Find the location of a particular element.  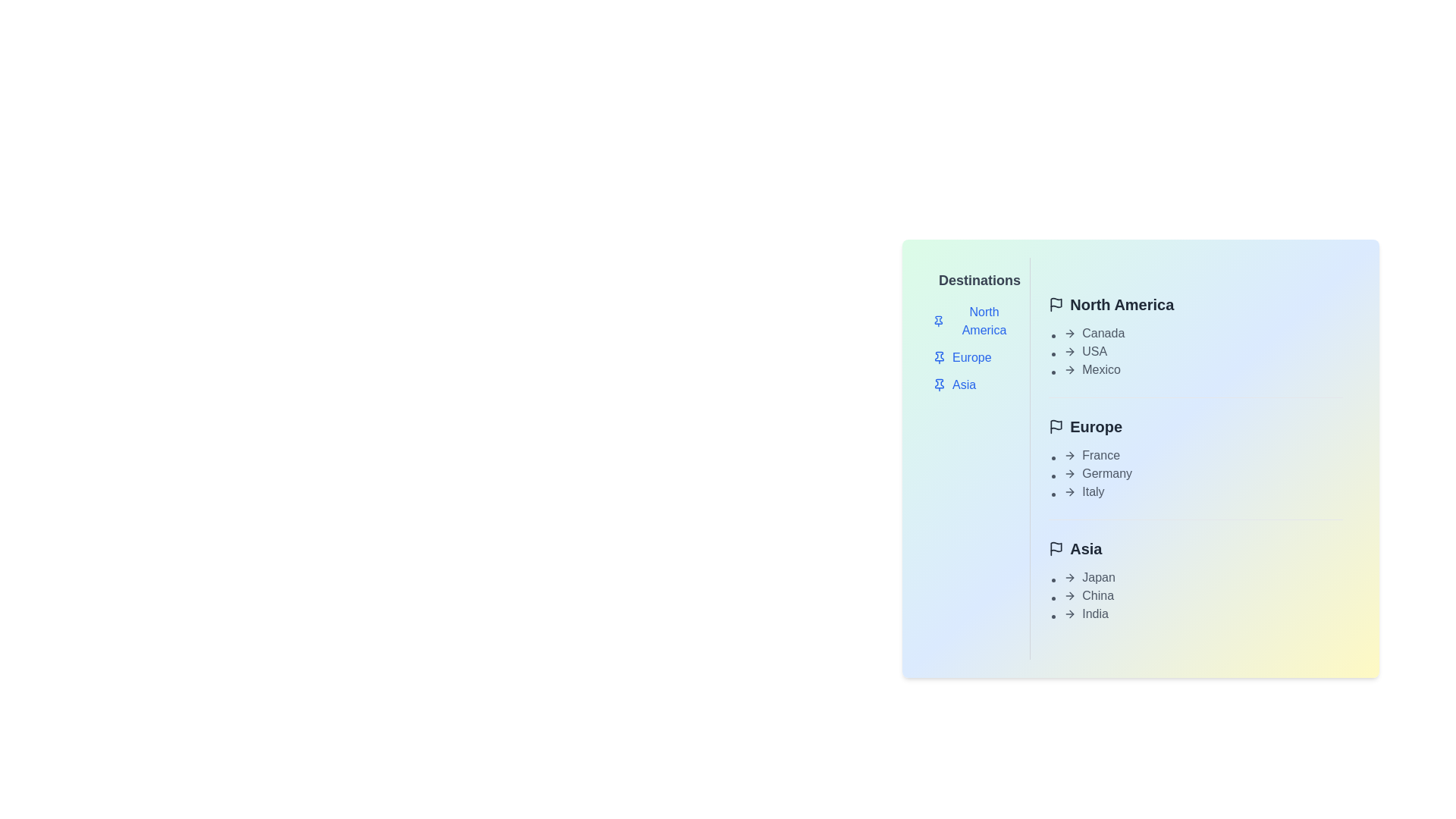

the rightward-pointing arrow icon next to the 'USA' label under the 'North America' section is located at coordinates (1071, 351).